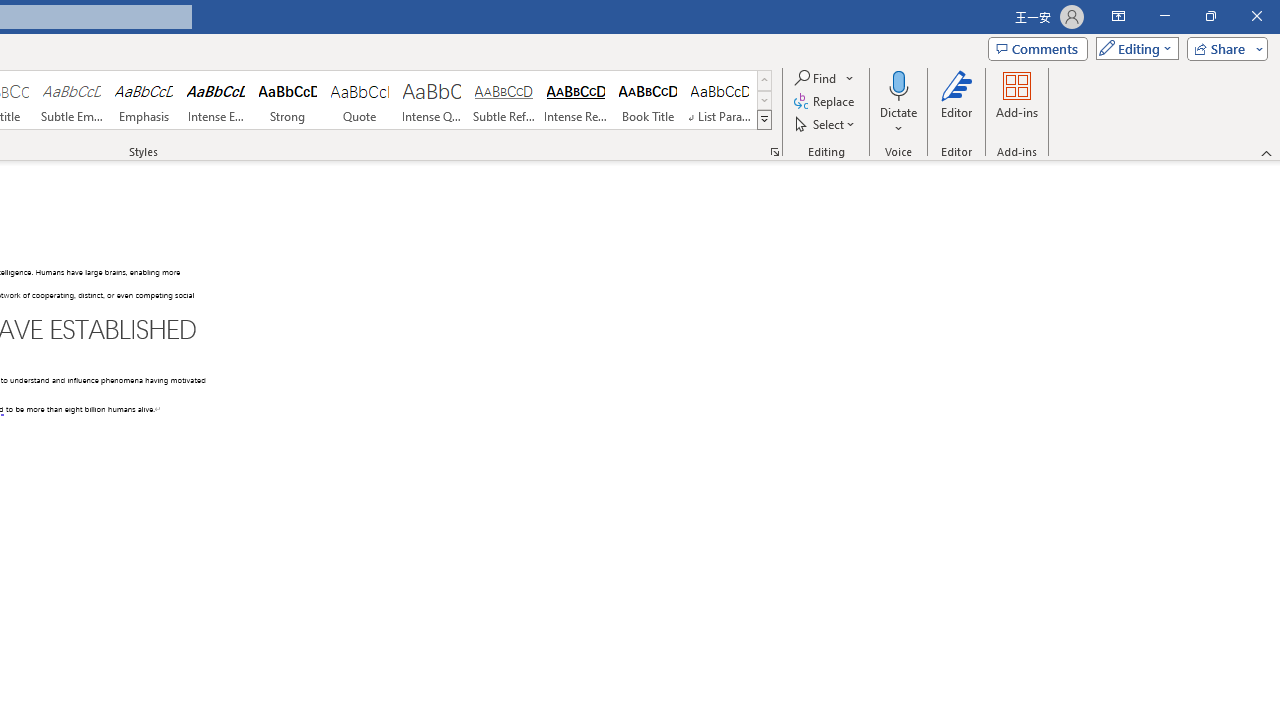  I want to click on 'Subtle Emphasis', so click(71, 100).